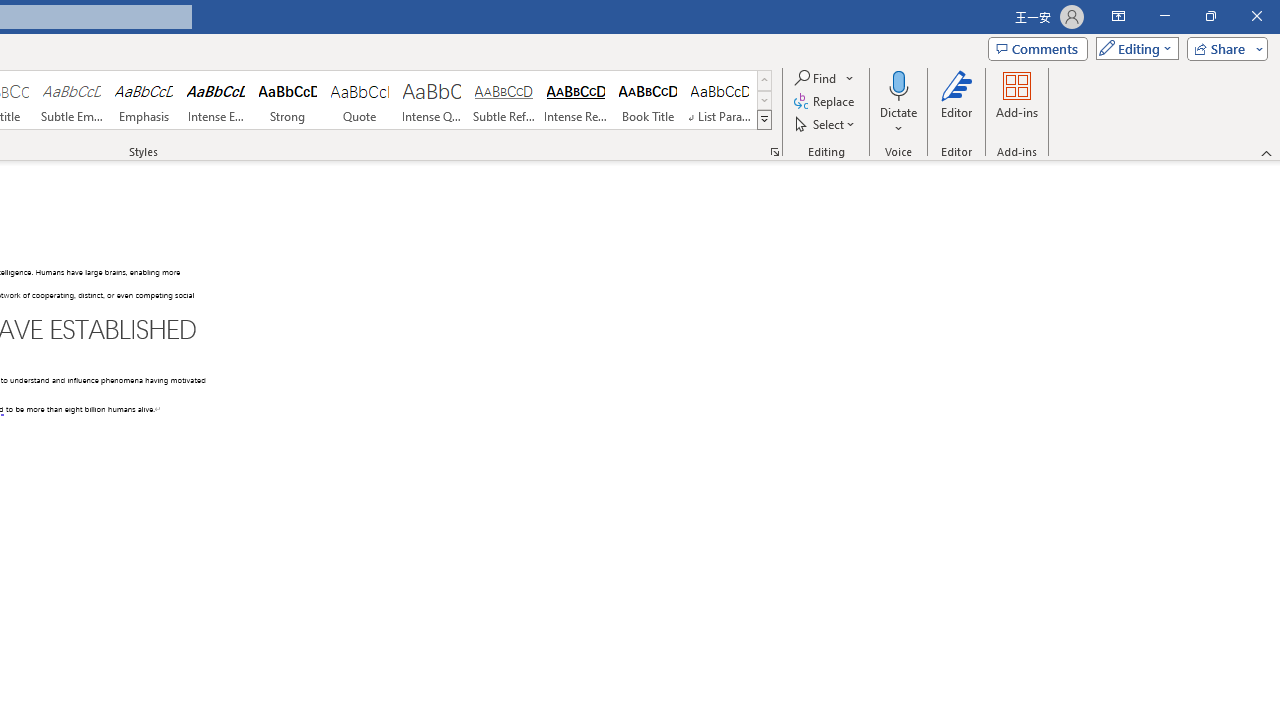  I want to click on 'Subtle Emphasis', so click(71, 100).